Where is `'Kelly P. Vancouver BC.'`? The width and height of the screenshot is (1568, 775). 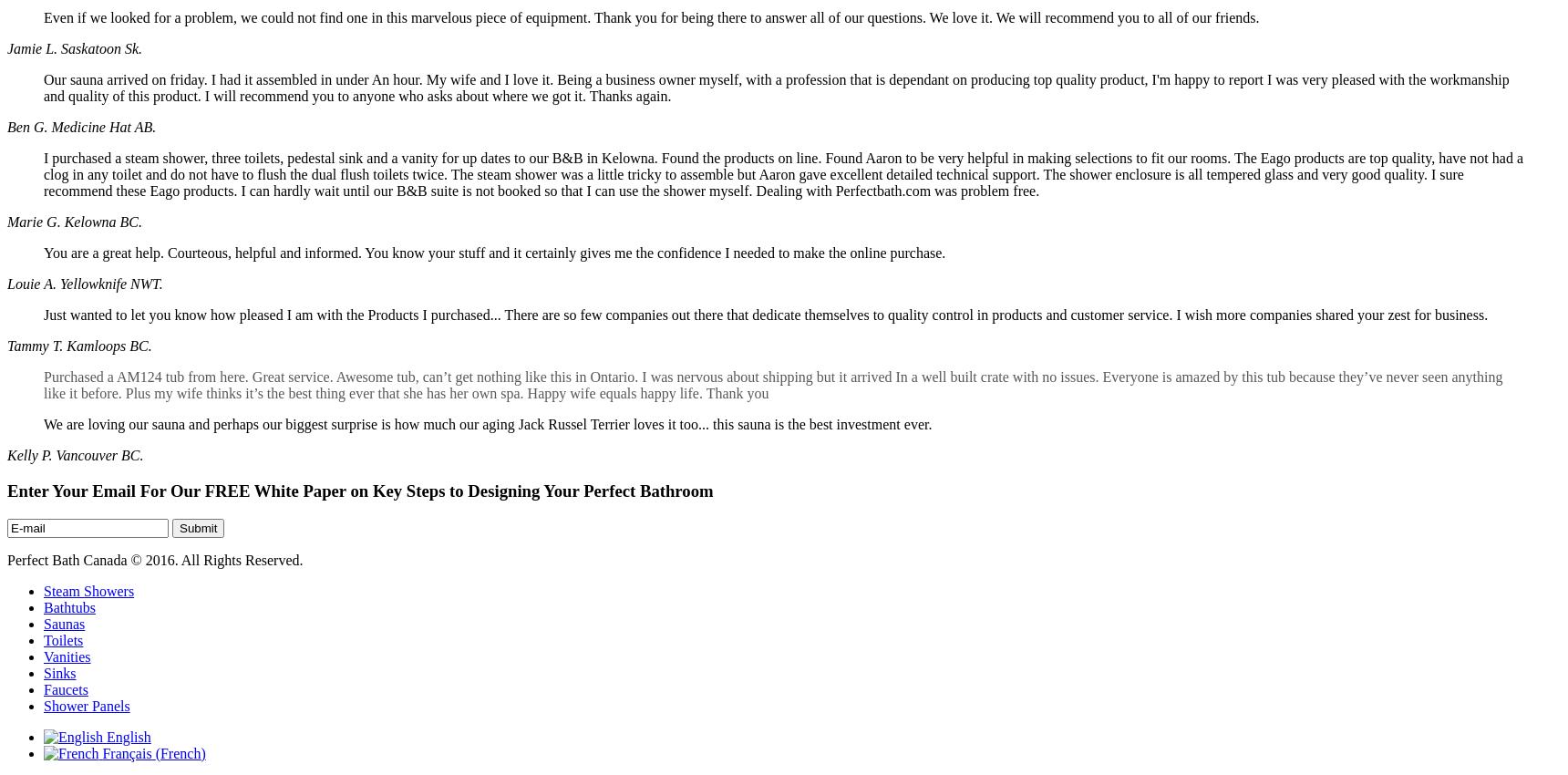 'Kelly P. Vancouver BC.' is located at coordinates (75, 455).